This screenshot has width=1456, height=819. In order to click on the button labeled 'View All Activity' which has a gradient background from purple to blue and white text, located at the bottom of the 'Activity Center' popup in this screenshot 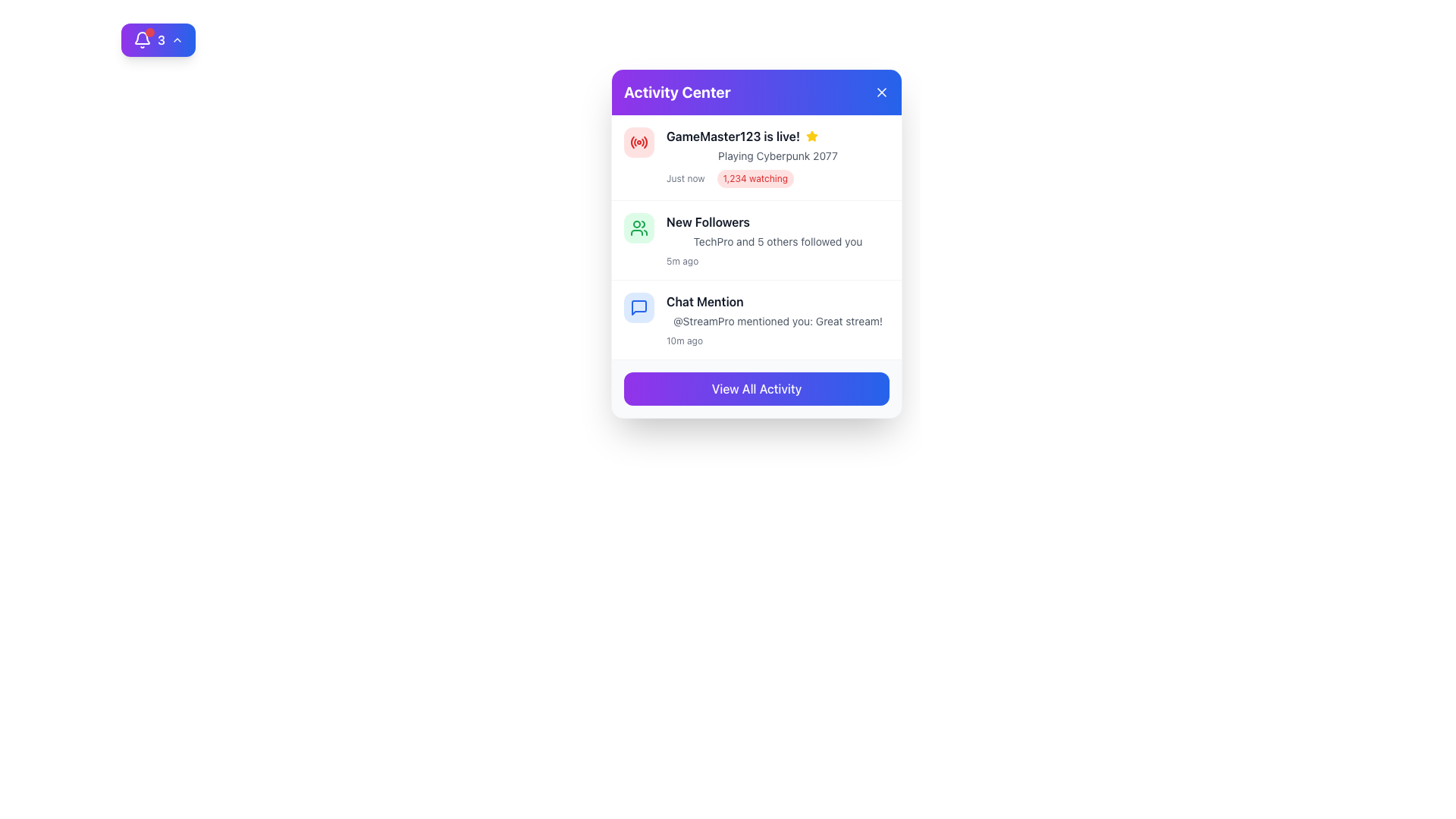, I will do `click(757, 388)`.